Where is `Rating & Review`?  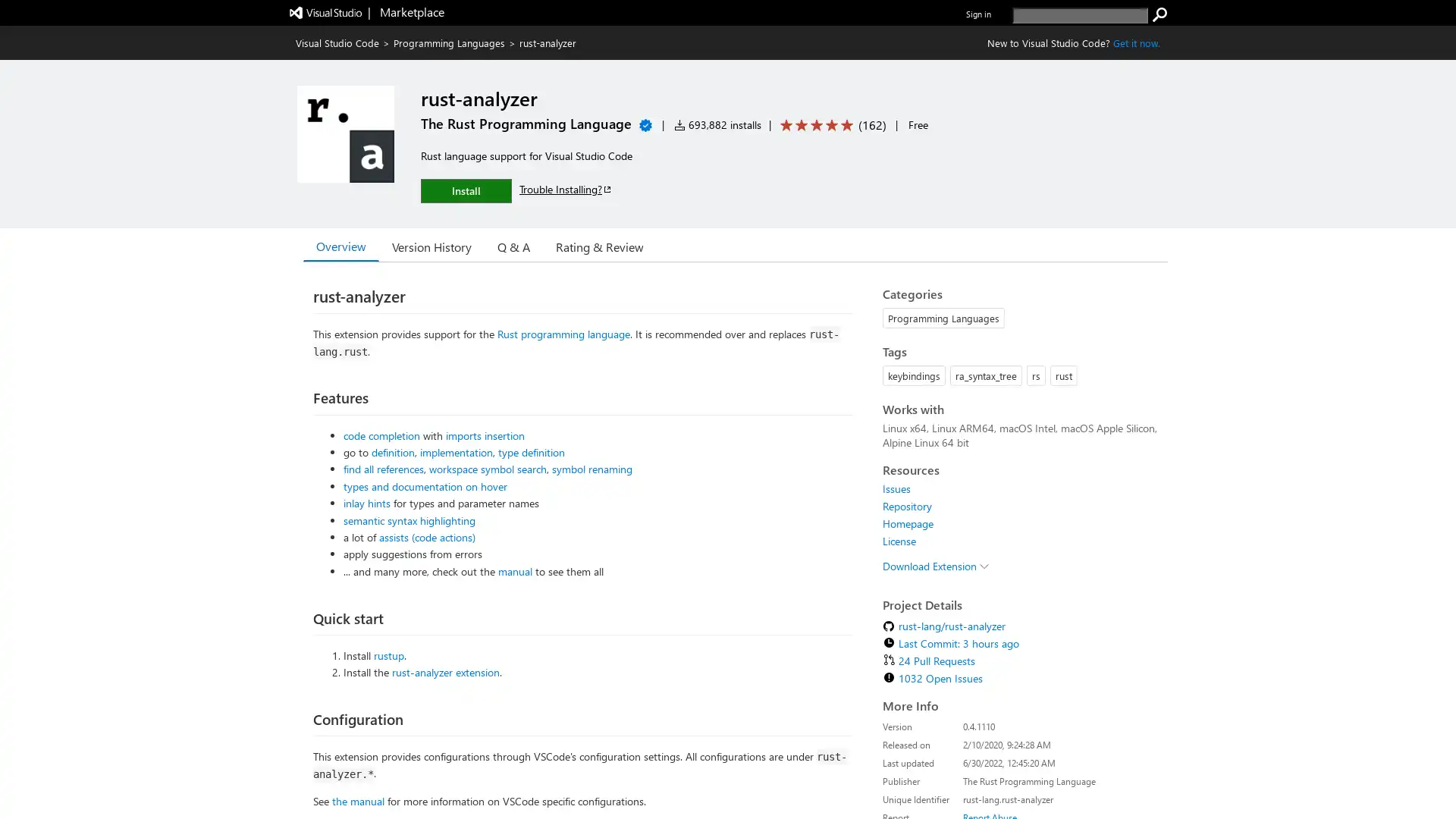
Rating & Review is located at coordinates (599, 245).